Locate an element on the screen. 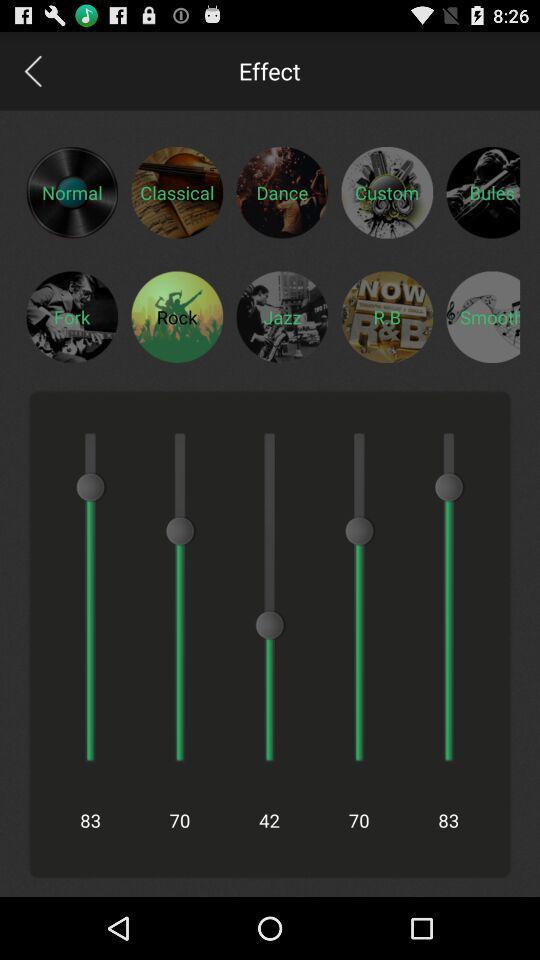 This screenshot has width=540, height=960. go back is located at coordinates (31, 70).